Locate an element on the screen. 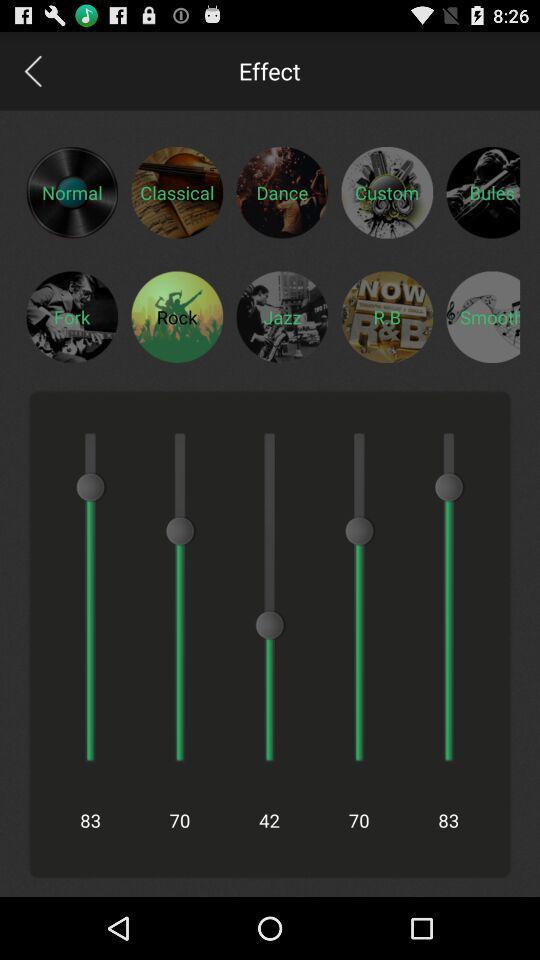 This screenshot has width=540, height=960. go back is located at coordinates (31, 70).